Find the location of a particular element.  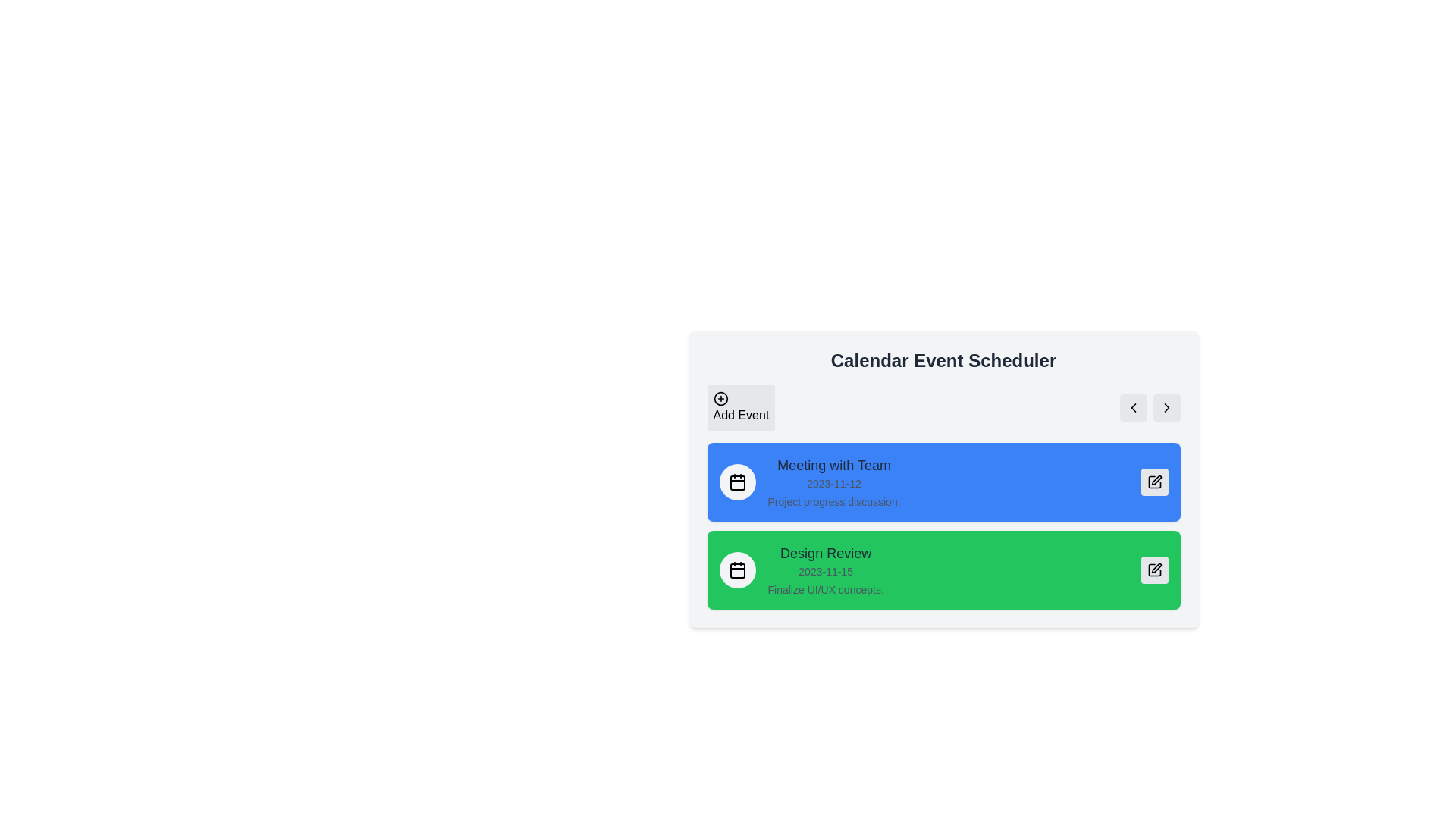

the 'Add Event' button, which is a rectangular button with rounded corners, featuring a plus icon and bold black text on a light gray background is located at coordinates (741, 406).